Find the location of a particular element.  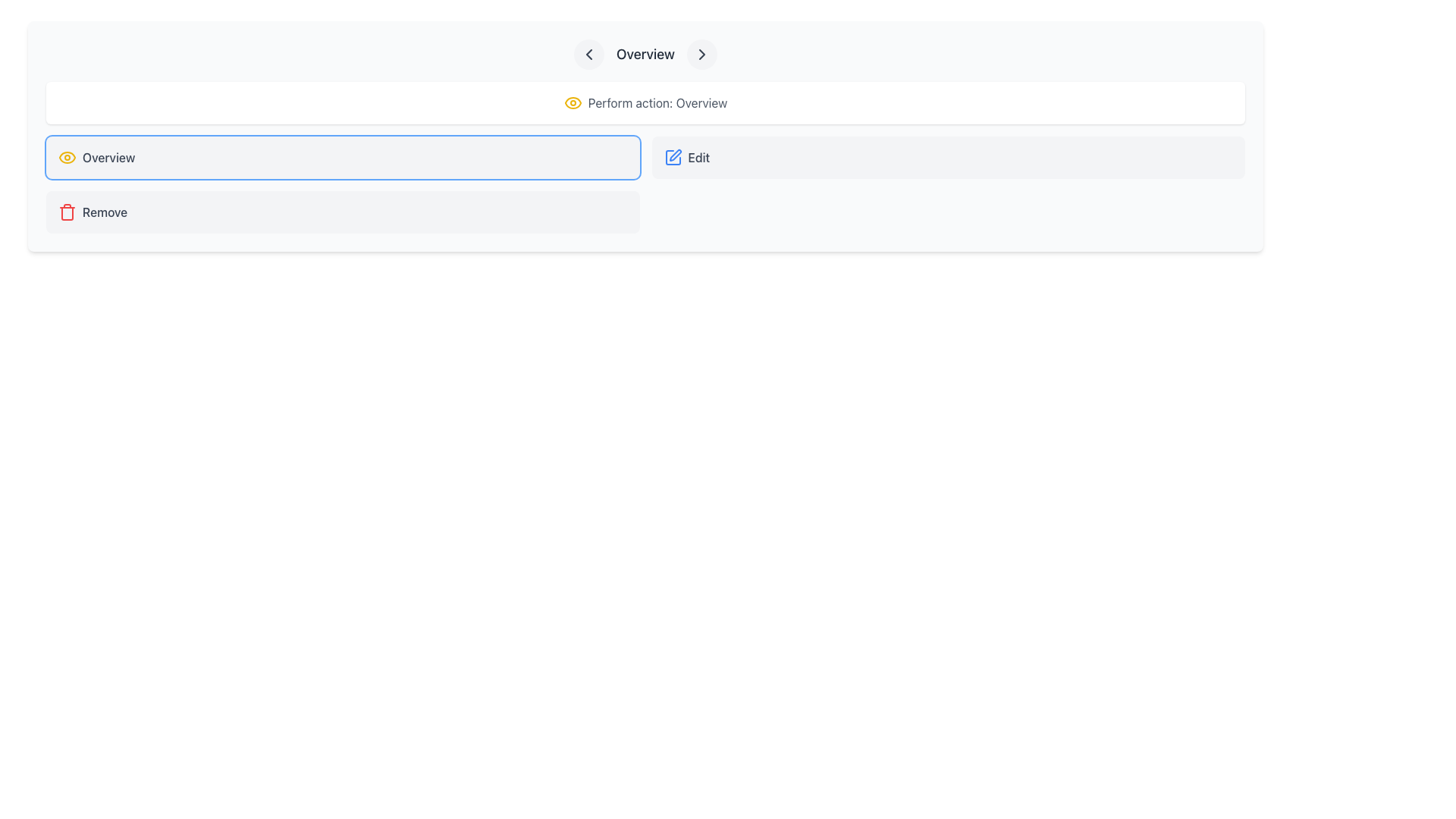

the 'Overview' button located at the top of the first column in a two-column grid layout for keyboard interaction is located at coordinates (342, 158).